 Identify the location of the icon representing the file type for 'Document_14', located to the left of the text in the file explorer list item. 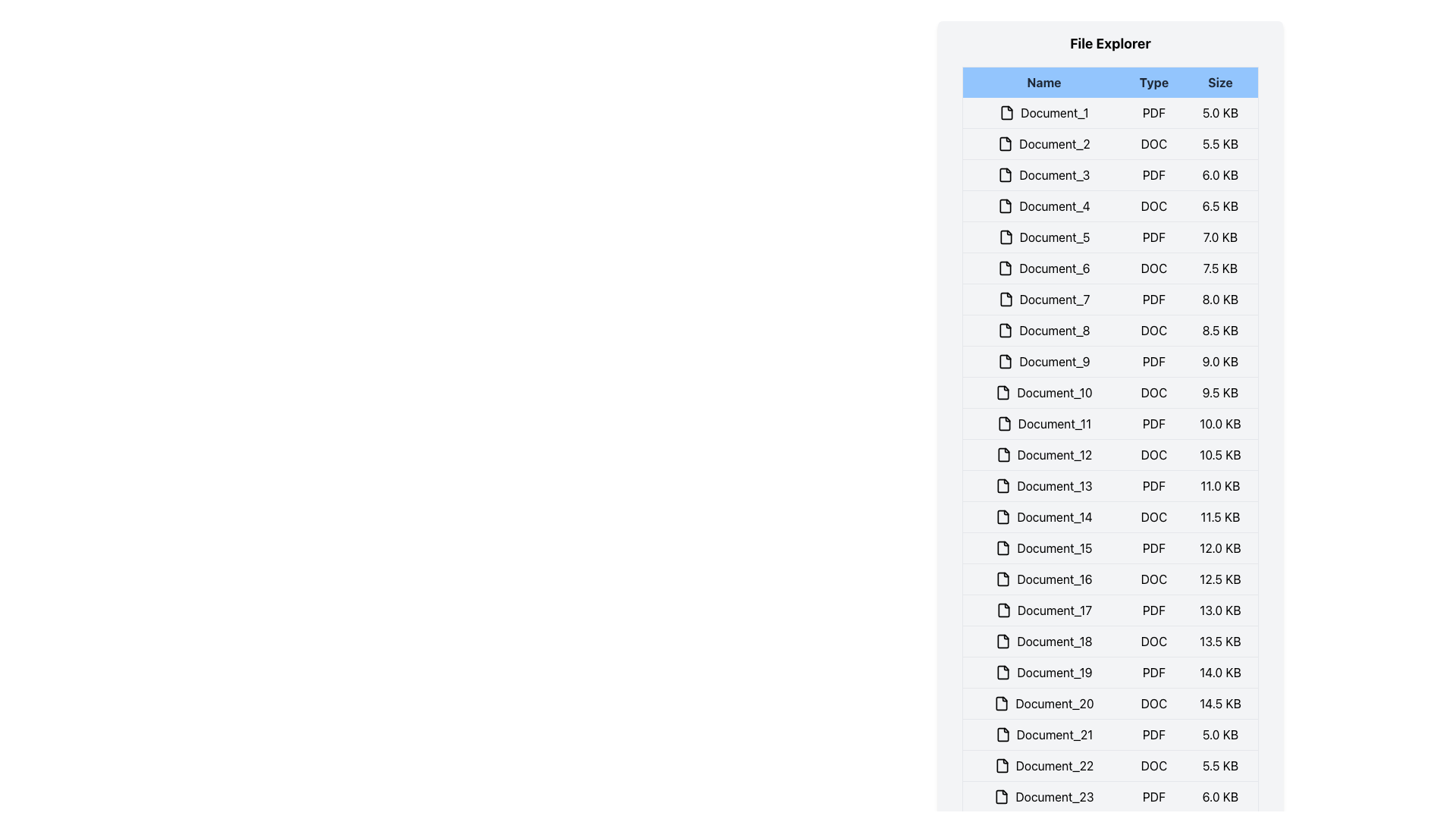
(1003, 516).